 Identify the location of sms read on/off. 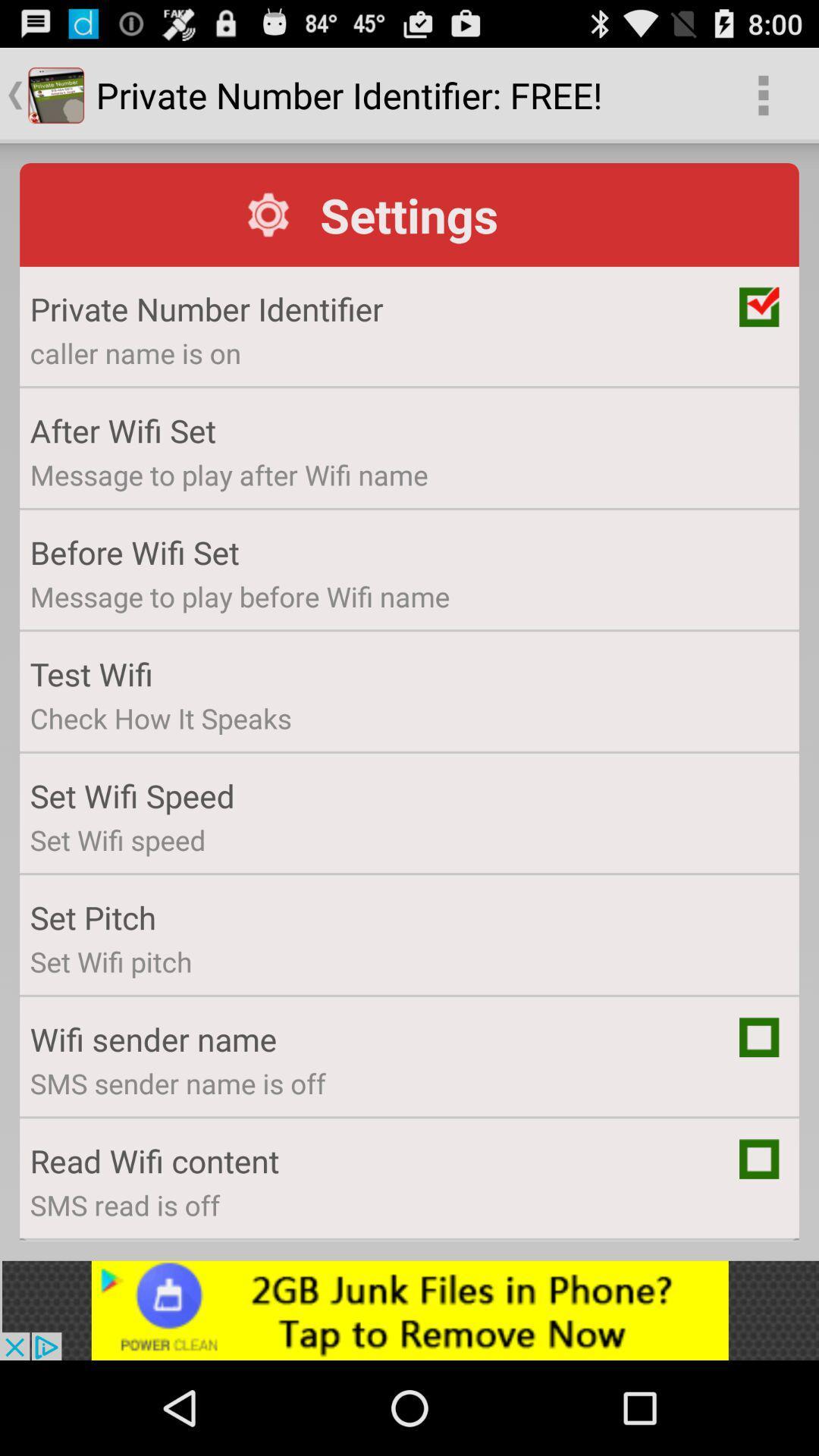
(759, 1158).